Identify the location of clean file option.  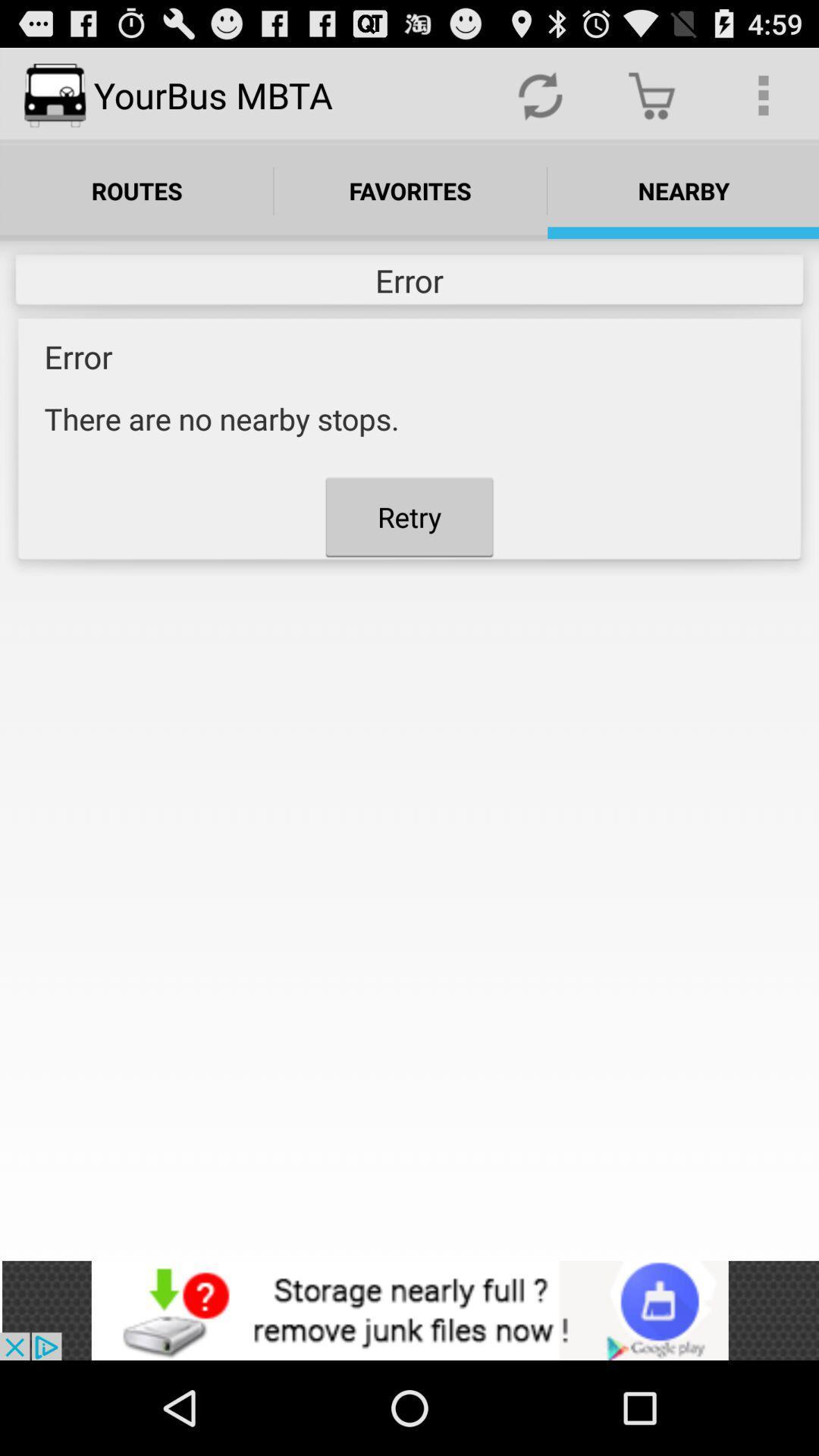
(409, 1310).